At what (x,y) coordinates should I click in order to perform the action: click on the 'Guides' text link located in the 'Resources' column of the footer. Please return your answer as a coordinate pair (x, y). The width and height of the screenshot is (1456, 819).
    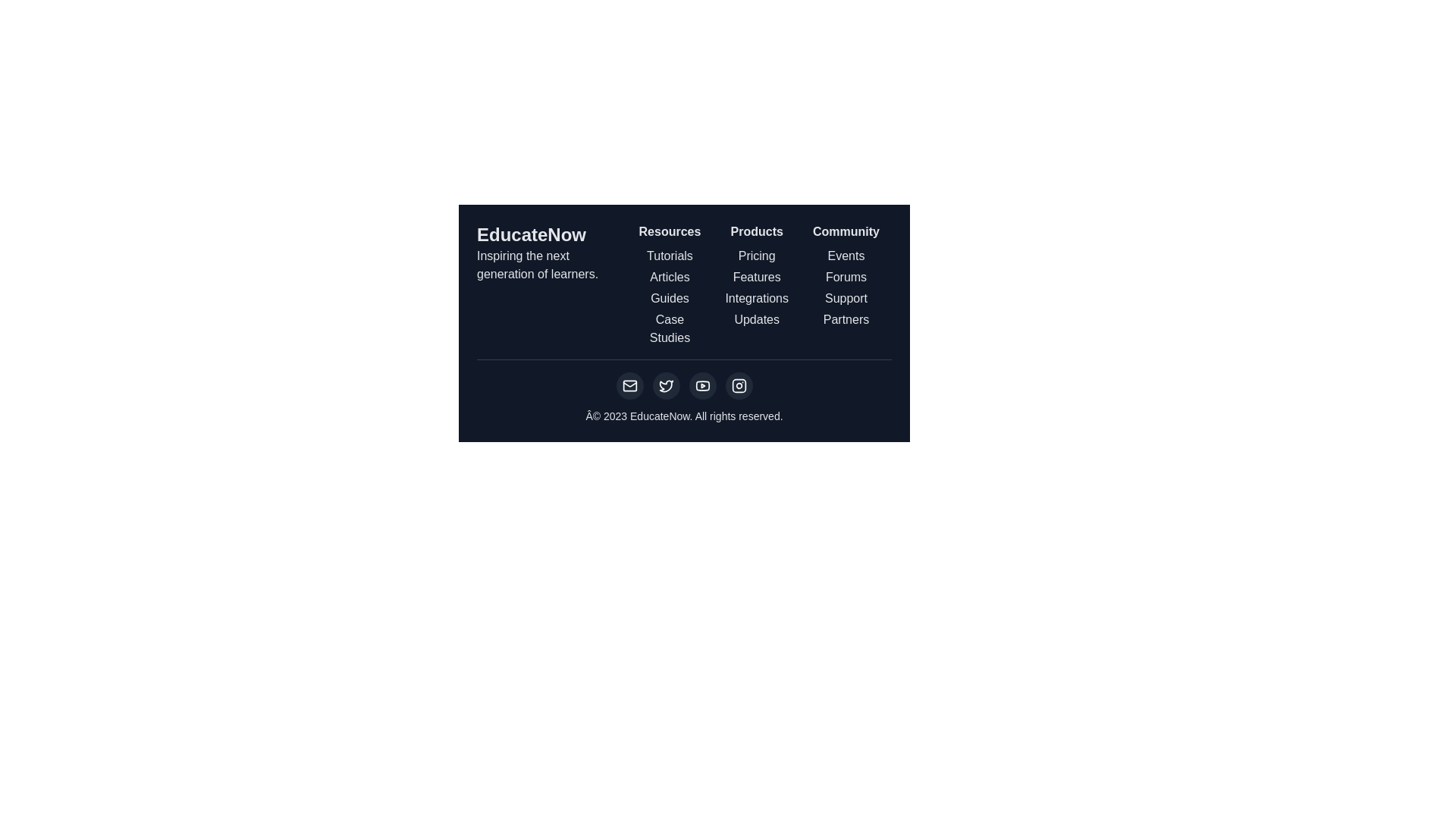
    Looking at the image, I should click on (669, 298).